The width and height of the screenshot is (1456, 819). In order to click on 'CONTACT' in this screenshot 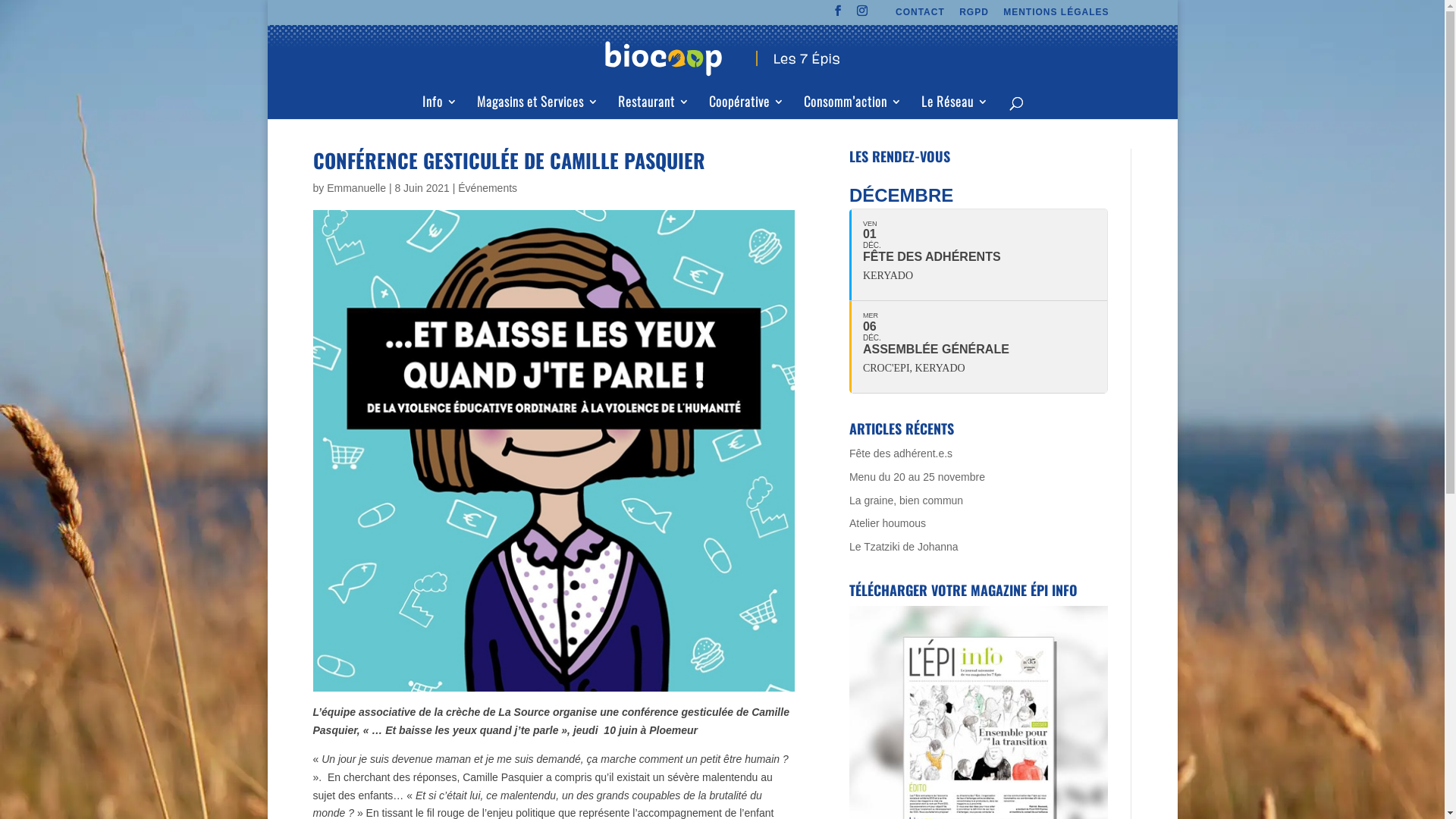, I will do `click(919, 15)`.